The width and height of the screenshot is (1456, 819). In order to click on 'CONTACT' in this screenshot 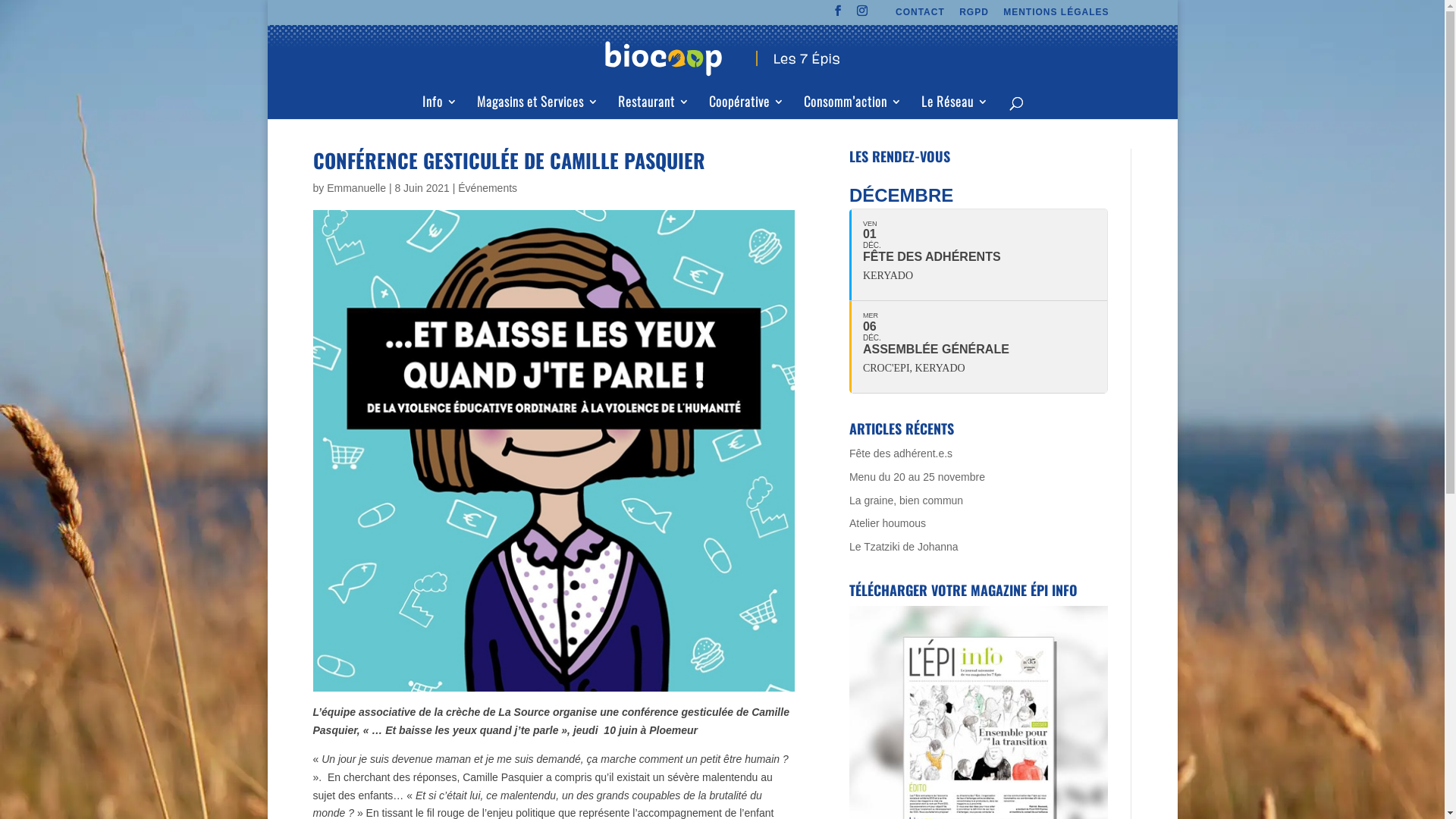, I will do `click(919, 15)`.